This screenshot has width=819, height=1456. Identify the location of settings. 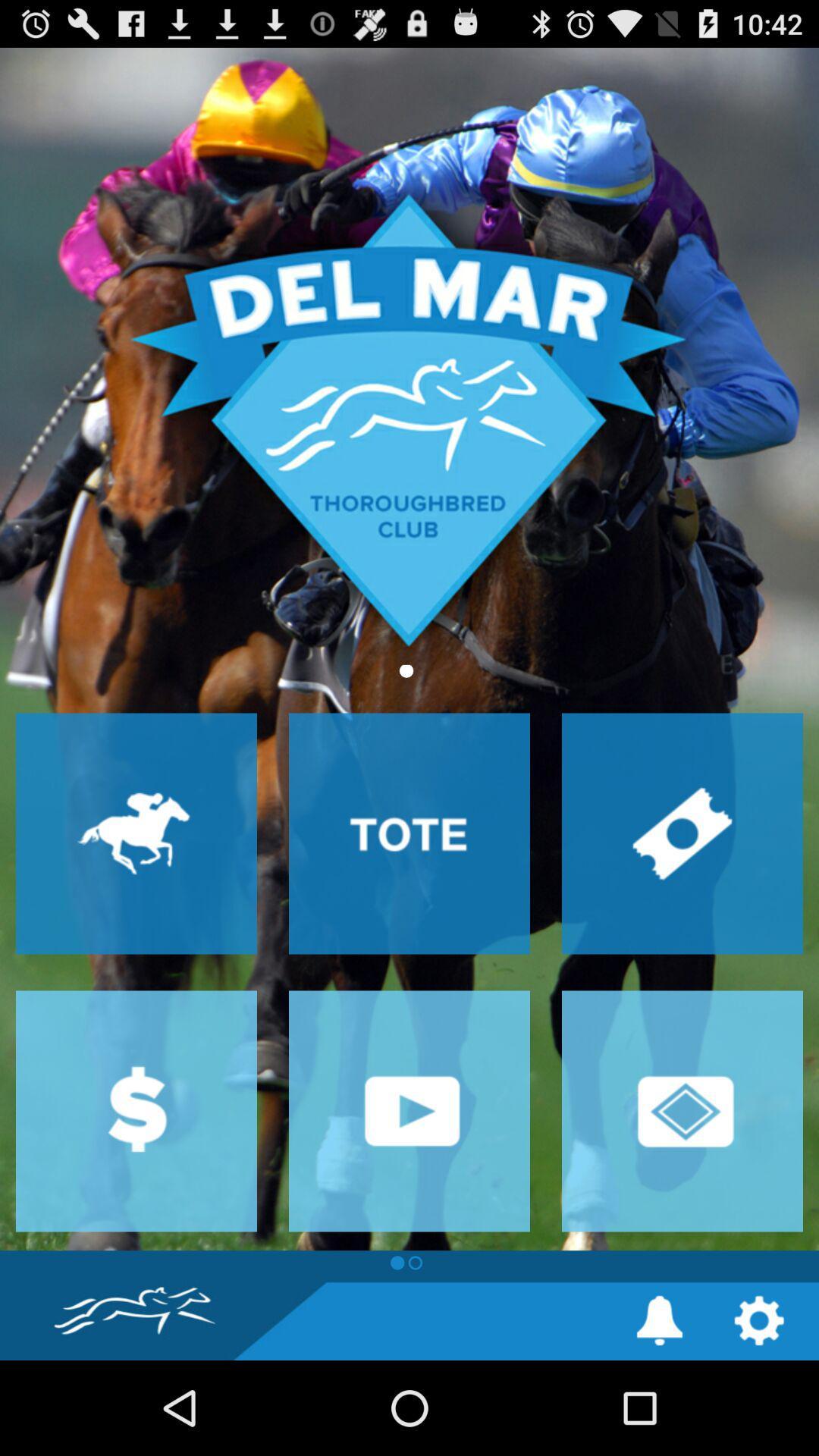
(759, 1319).